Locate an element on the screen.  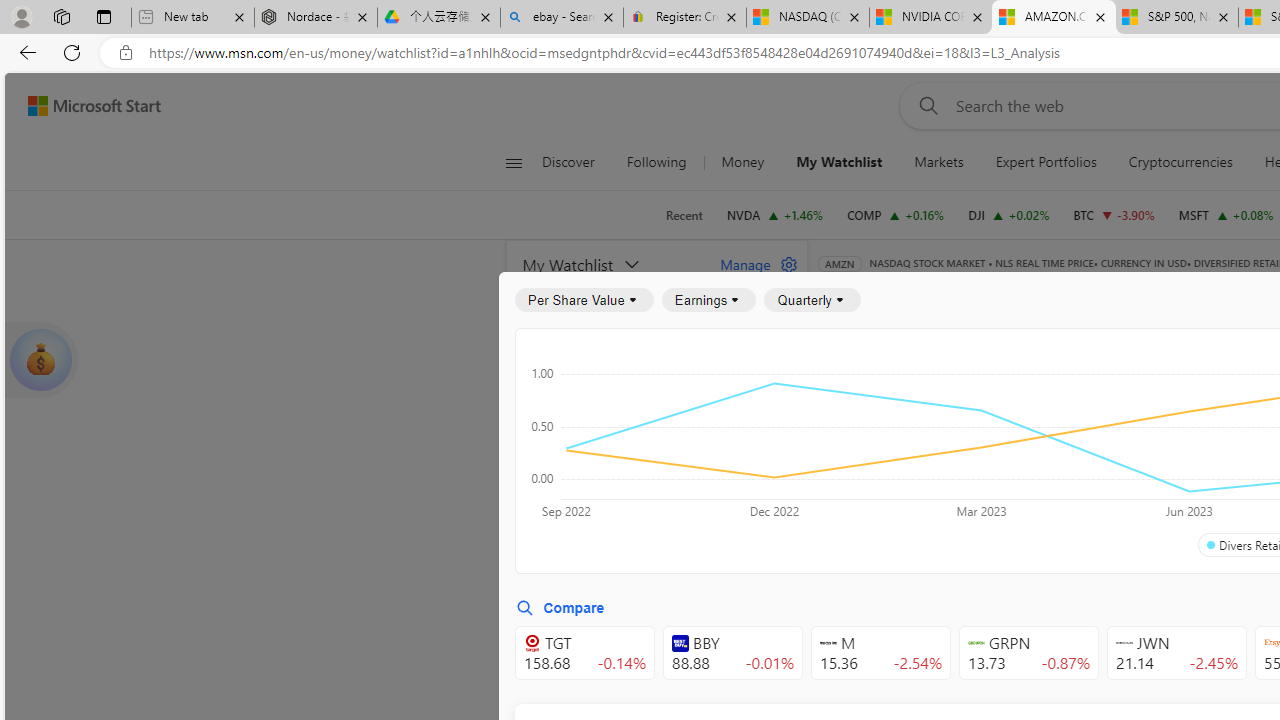
'Quarterly' is located at coordinates (812, 300).